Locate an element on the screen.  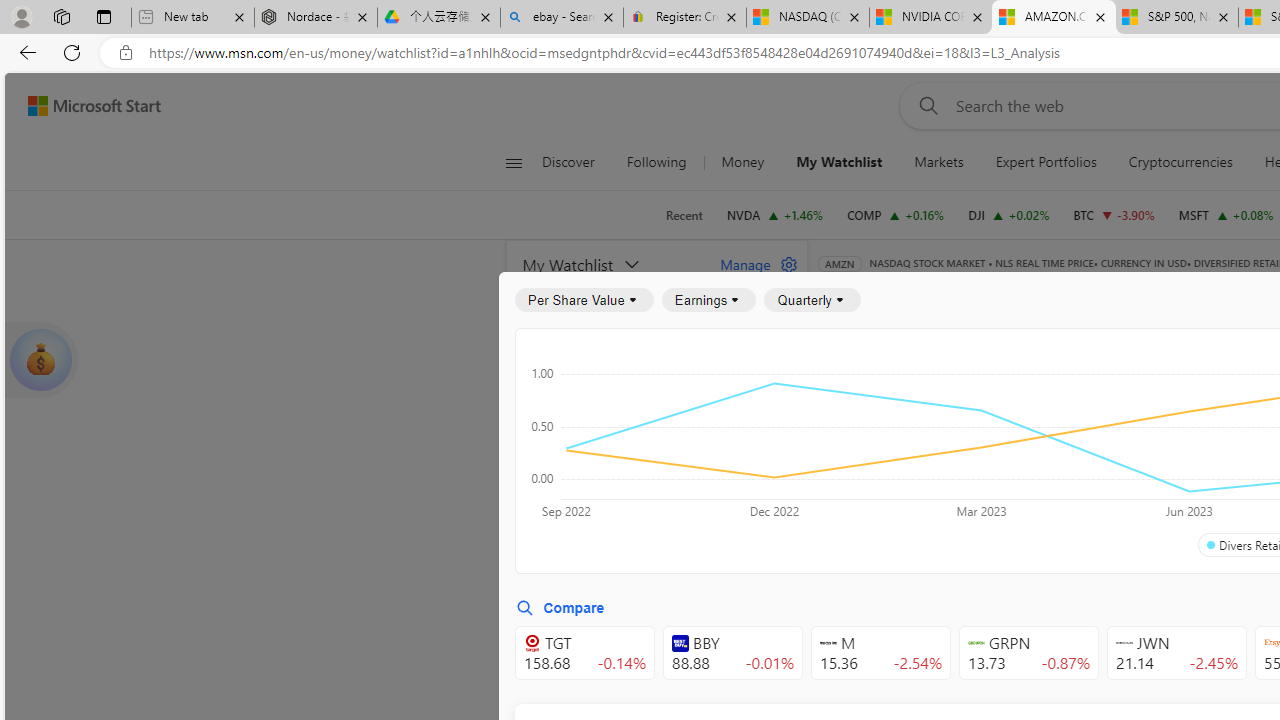
'Quarterly' is located at coordinates (812, 300).